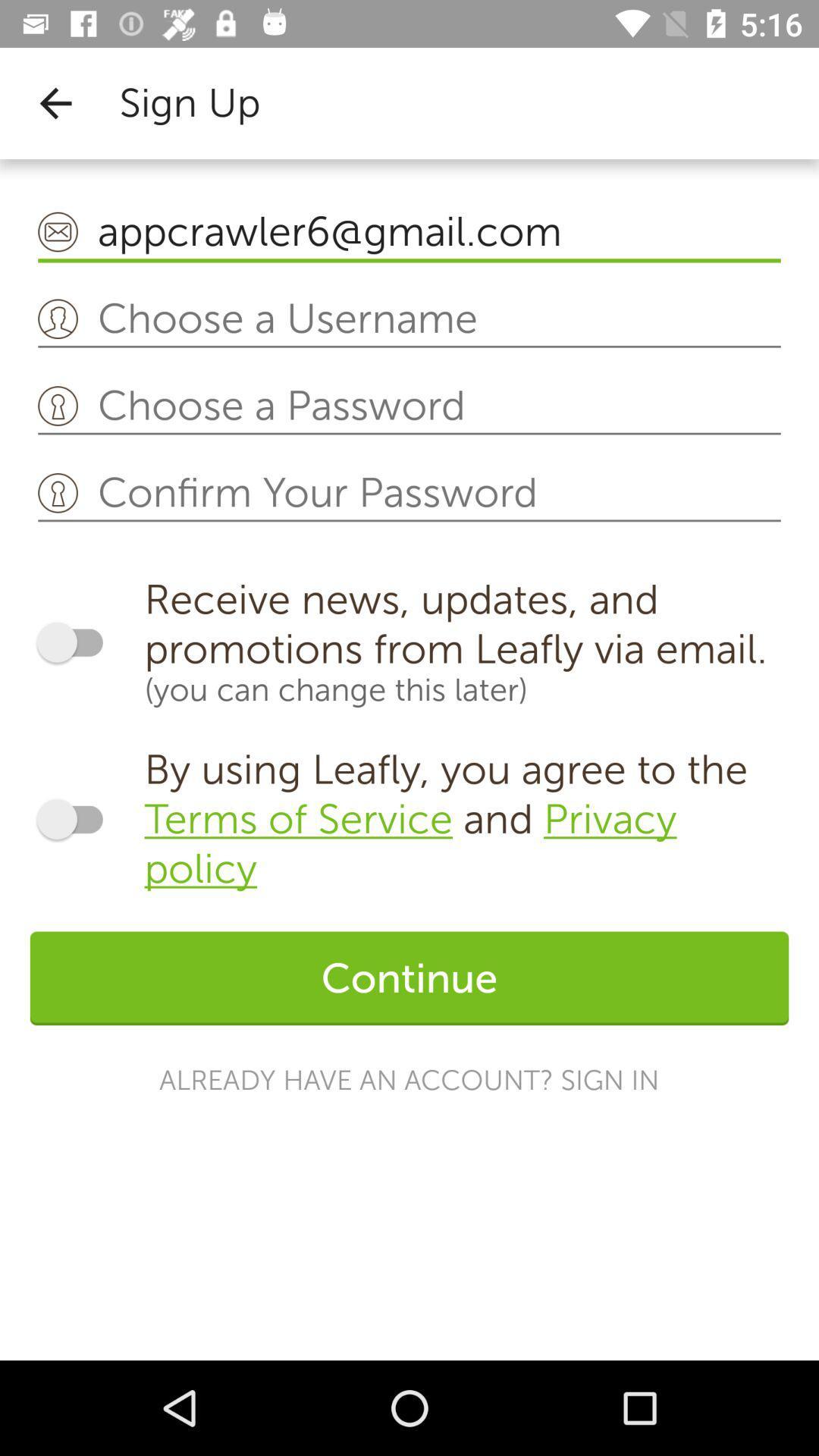  What do you see at coordinates (466, 818) in the screenshot?
I see `icon above continue icon` at bounding box center [466, 818].